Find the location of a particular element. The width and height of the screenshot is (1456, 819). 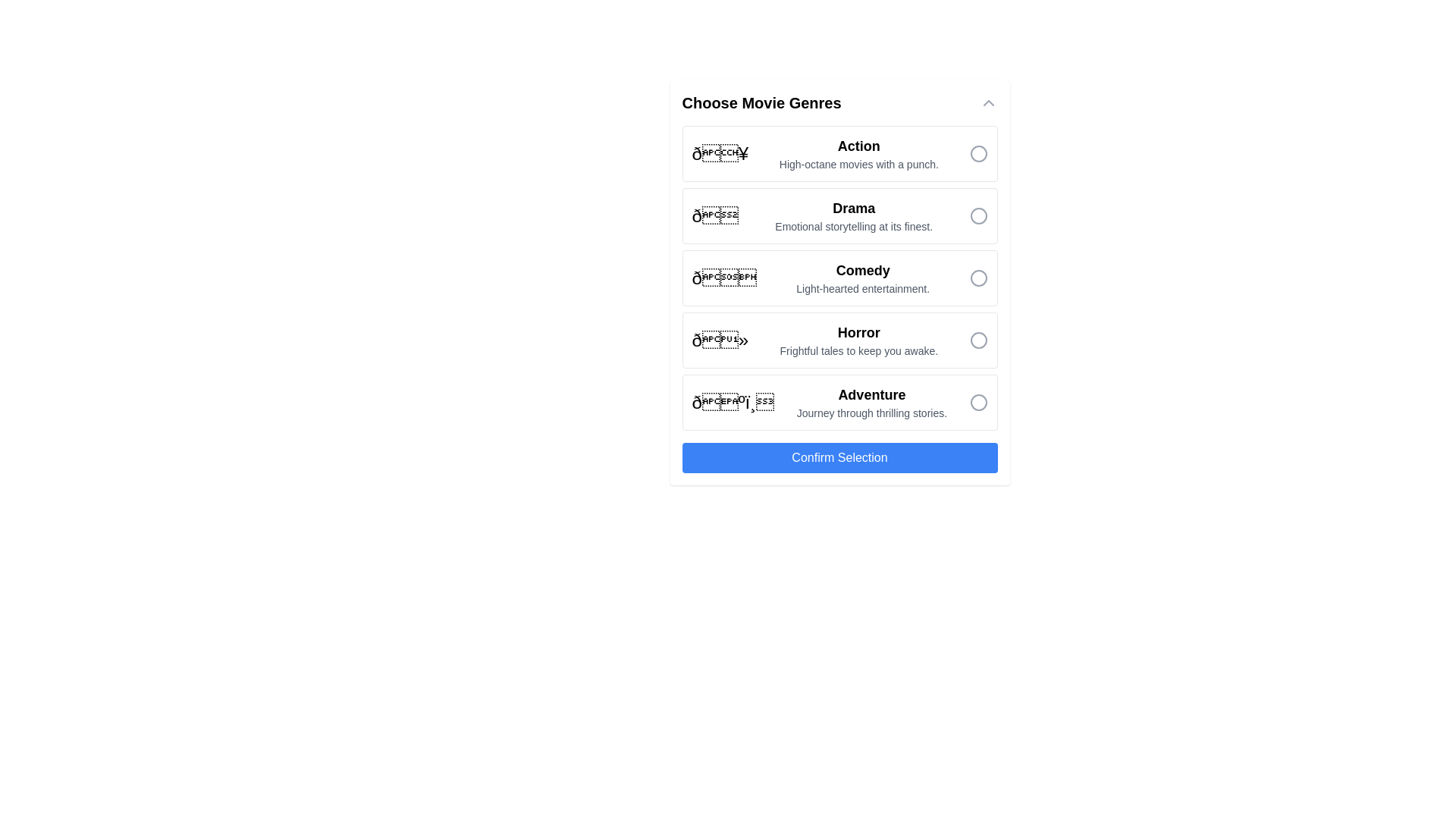

the radio button located to the far right of the 'Action' genre option is located at coordinates (978, 154).